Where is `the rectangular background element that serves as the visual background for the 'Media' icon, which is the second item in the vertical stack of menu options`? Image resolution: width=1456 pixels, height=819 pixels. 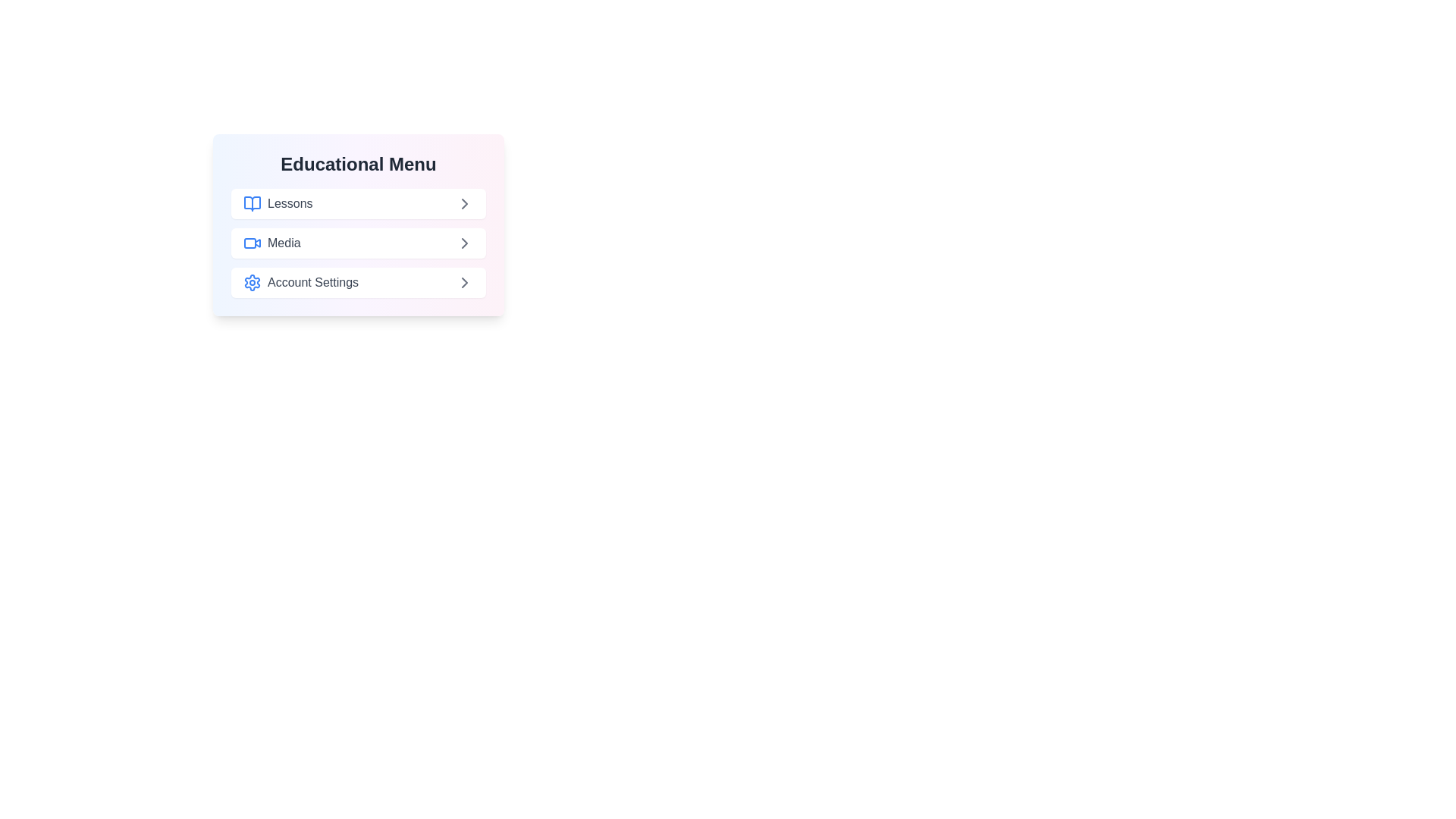 the rectangular background element that serves as the visual background for the 'Media' icon, which is the second item in the vertical stack of menu options is located at coordinates (250, 242).